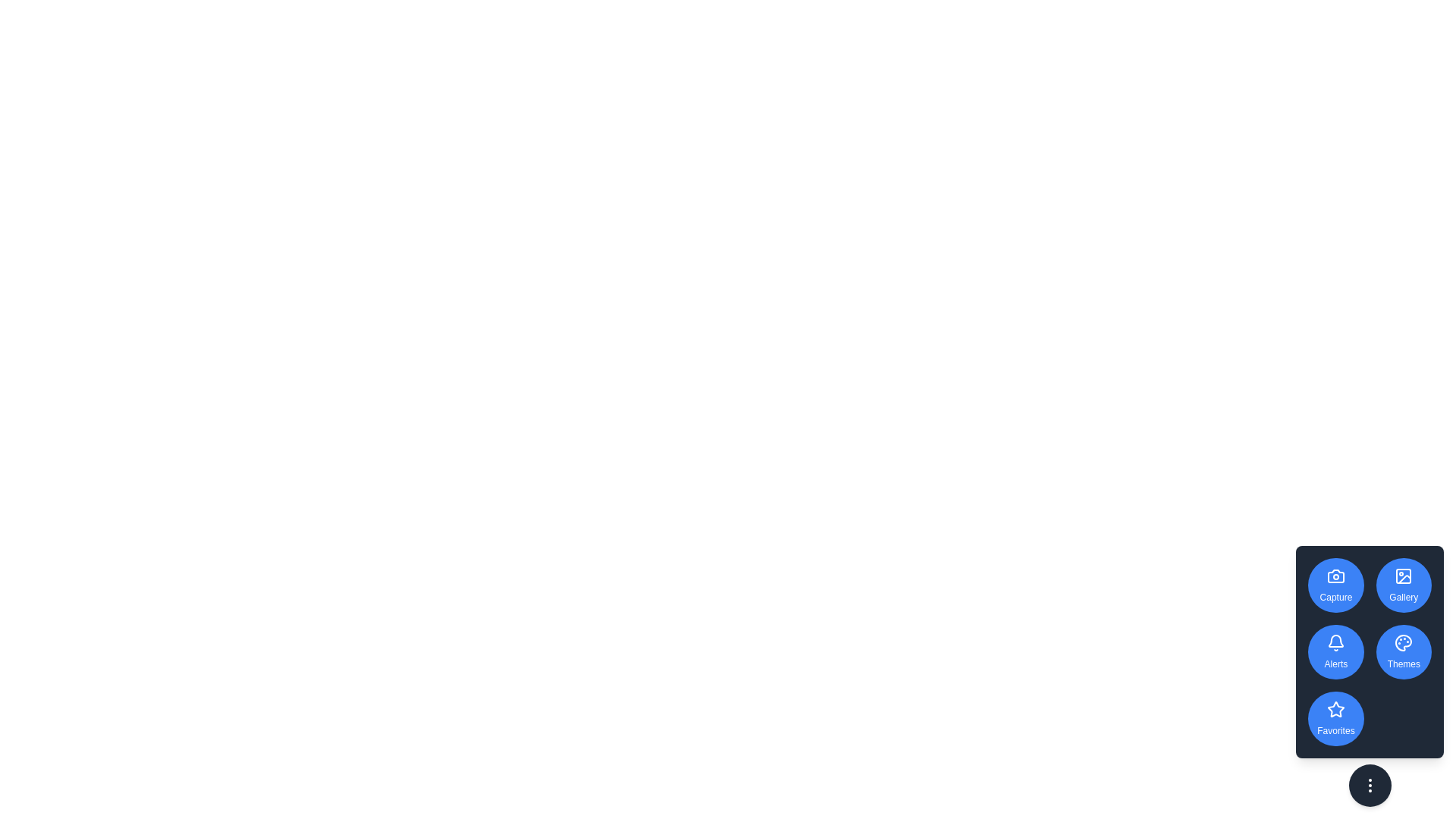 The width and height of the screenshot is (1456, 819). I want to click on the 'Gallery' button to open the gallery, so click(1403, 584).